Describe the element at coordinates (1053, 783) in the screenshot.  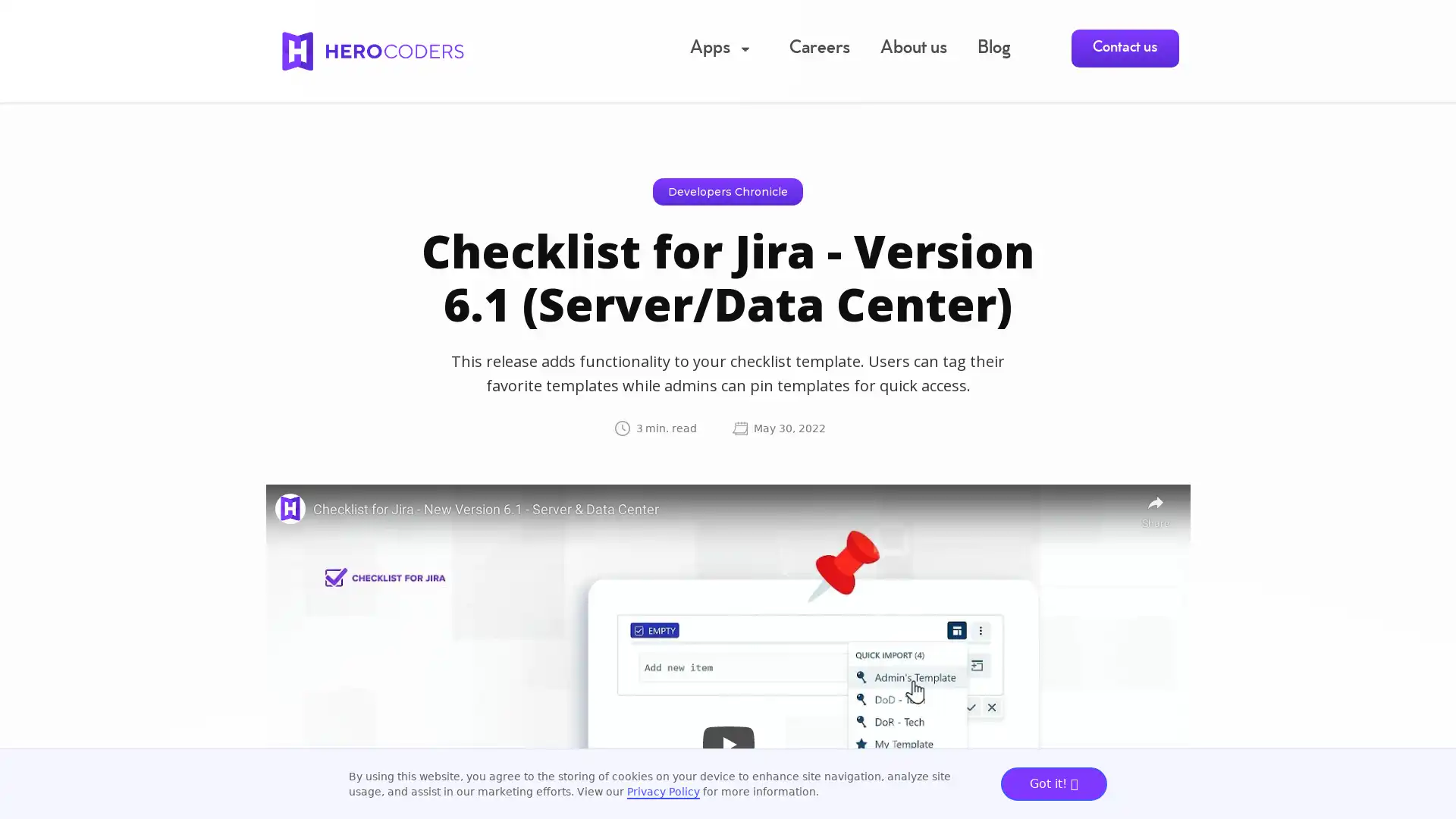
I see `Got it!` at that location.